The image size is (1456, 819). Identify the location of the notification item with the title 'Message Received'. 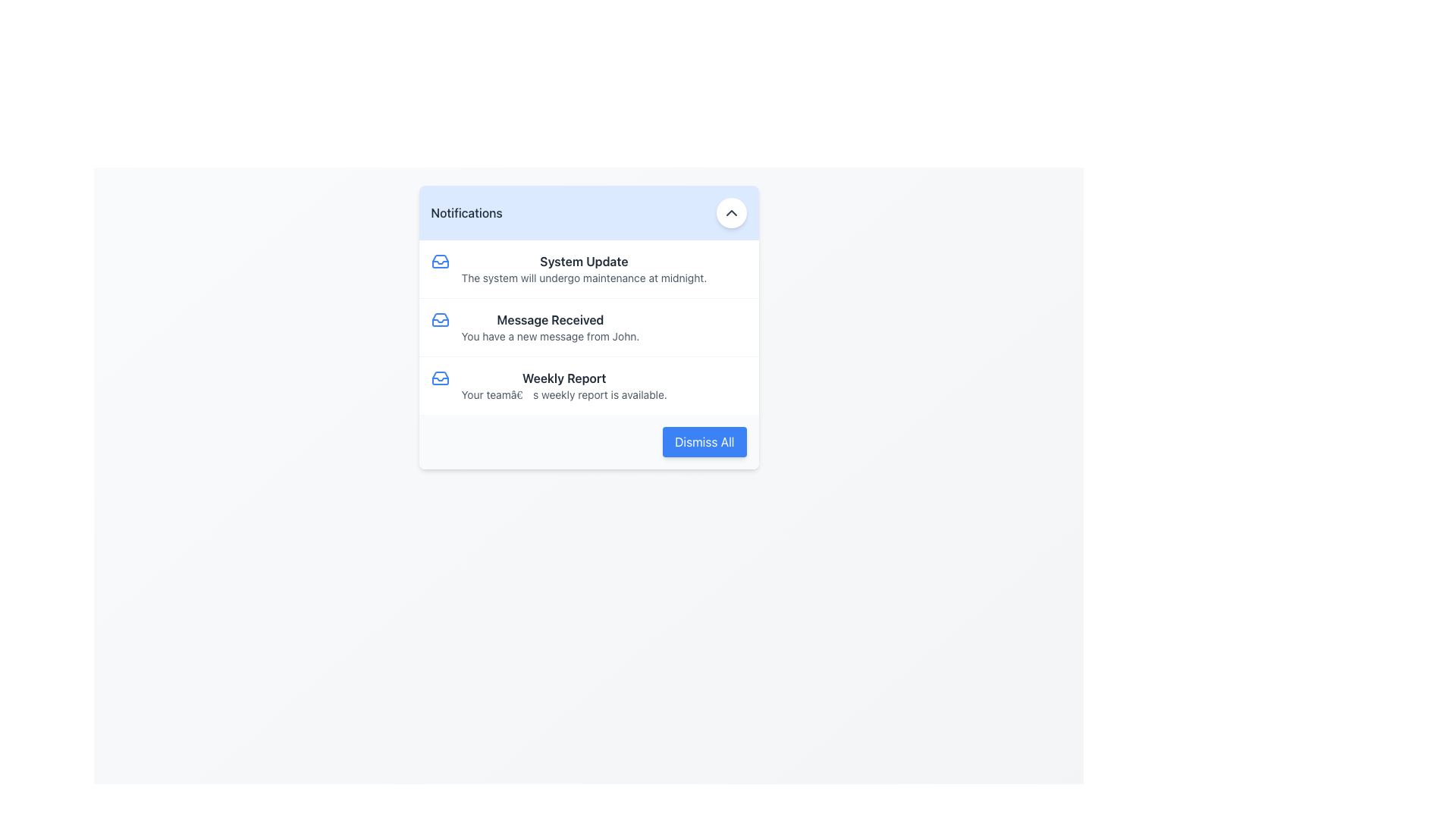
(588, 326).